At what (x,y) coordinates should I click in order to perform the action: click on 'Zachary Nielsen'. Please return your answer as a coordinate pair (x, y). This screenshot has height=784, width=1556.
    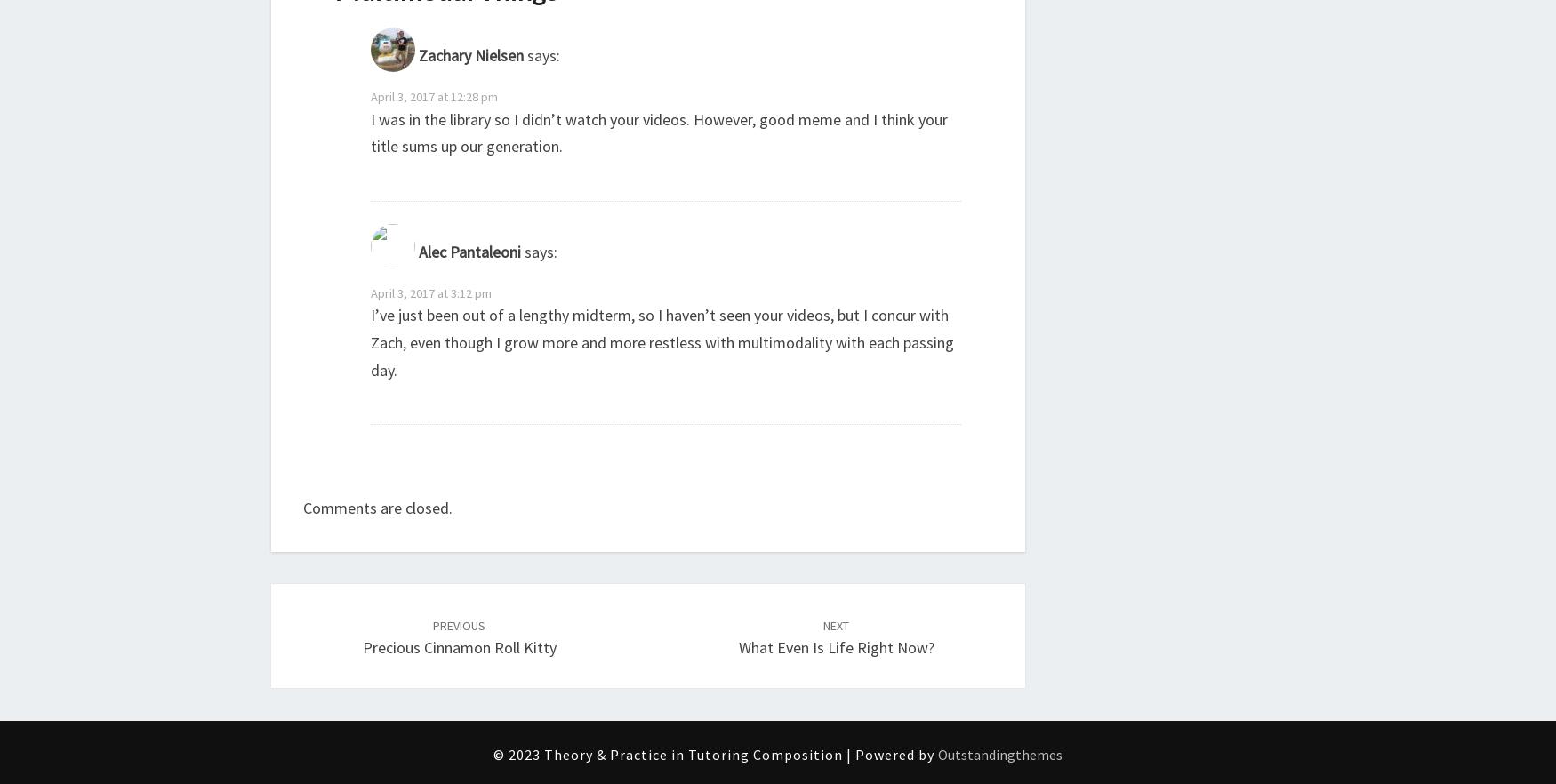
    Looking at the image, I should click on (418, 54).